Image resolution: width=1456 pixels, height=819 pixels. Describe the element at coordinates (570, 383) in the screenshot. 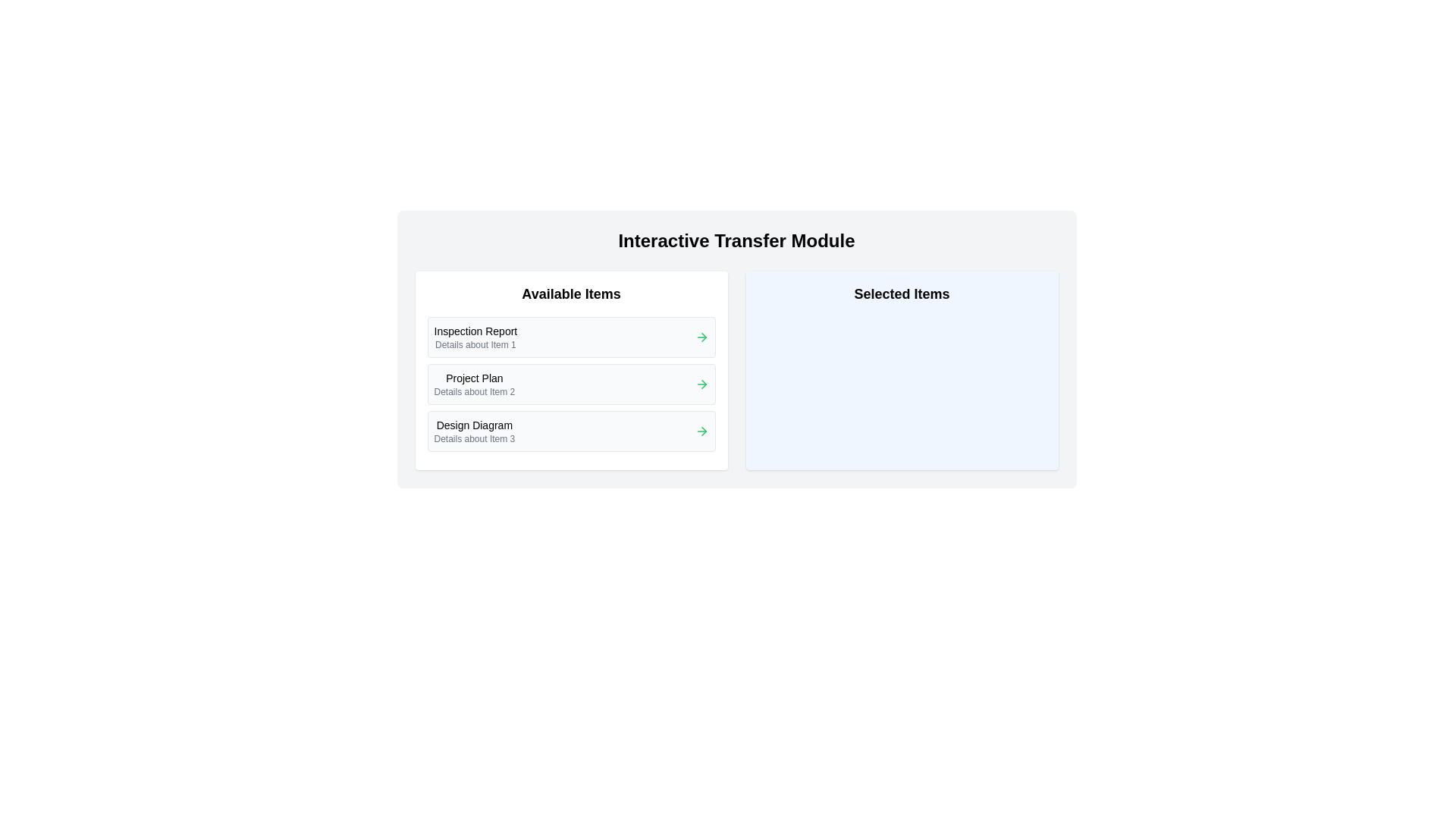

I see `the green arrow on the 'Project Plan' list item which has the subtitle 'Details about Item 2'` at that location.